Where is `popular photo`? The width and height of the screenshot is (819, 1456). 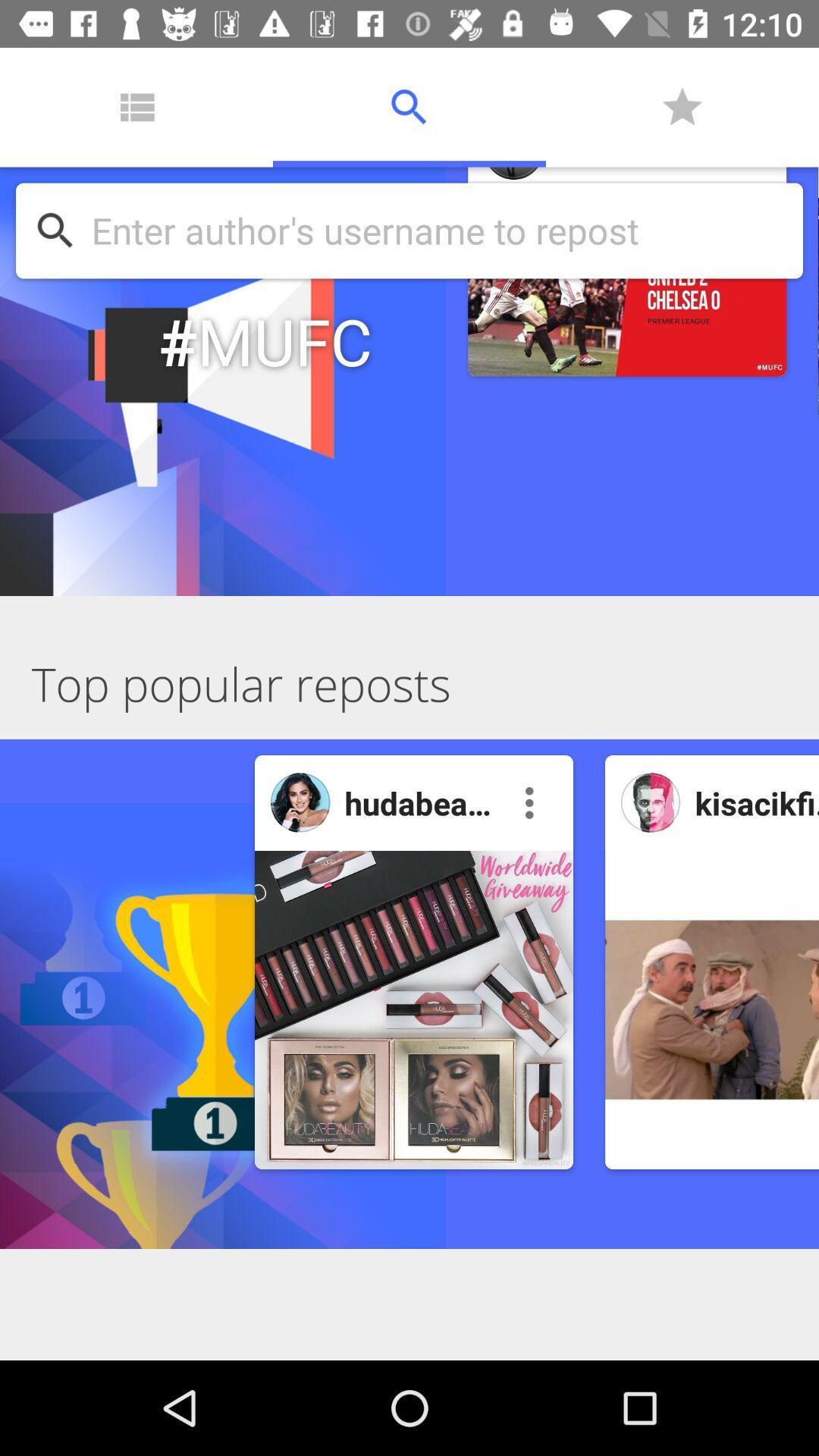
popular photo is located at coordinates (650, 802).